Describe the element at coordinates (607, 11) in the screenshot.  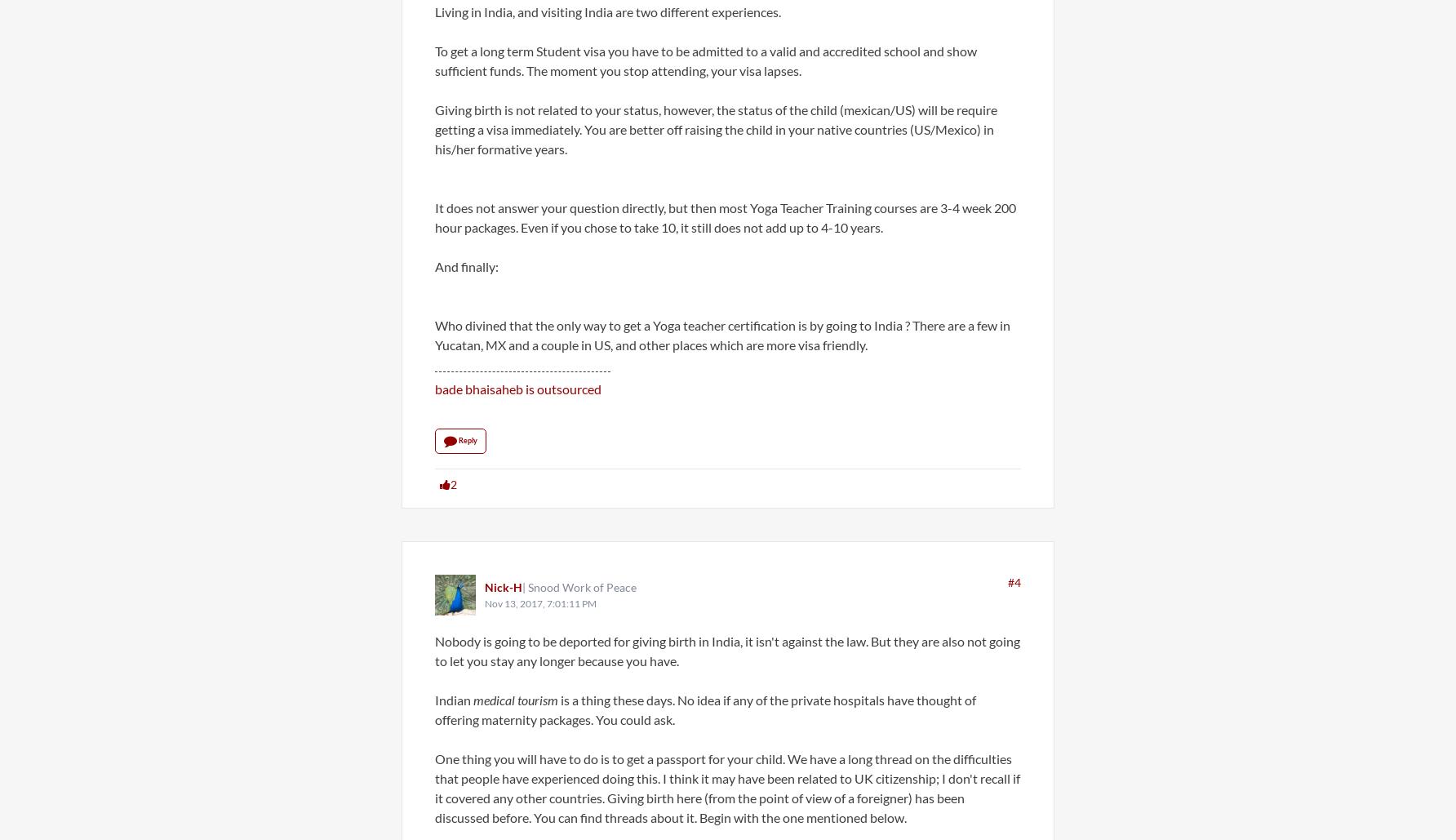
I see `'Living in India, and visiting India are two different experiences.'` at that location.